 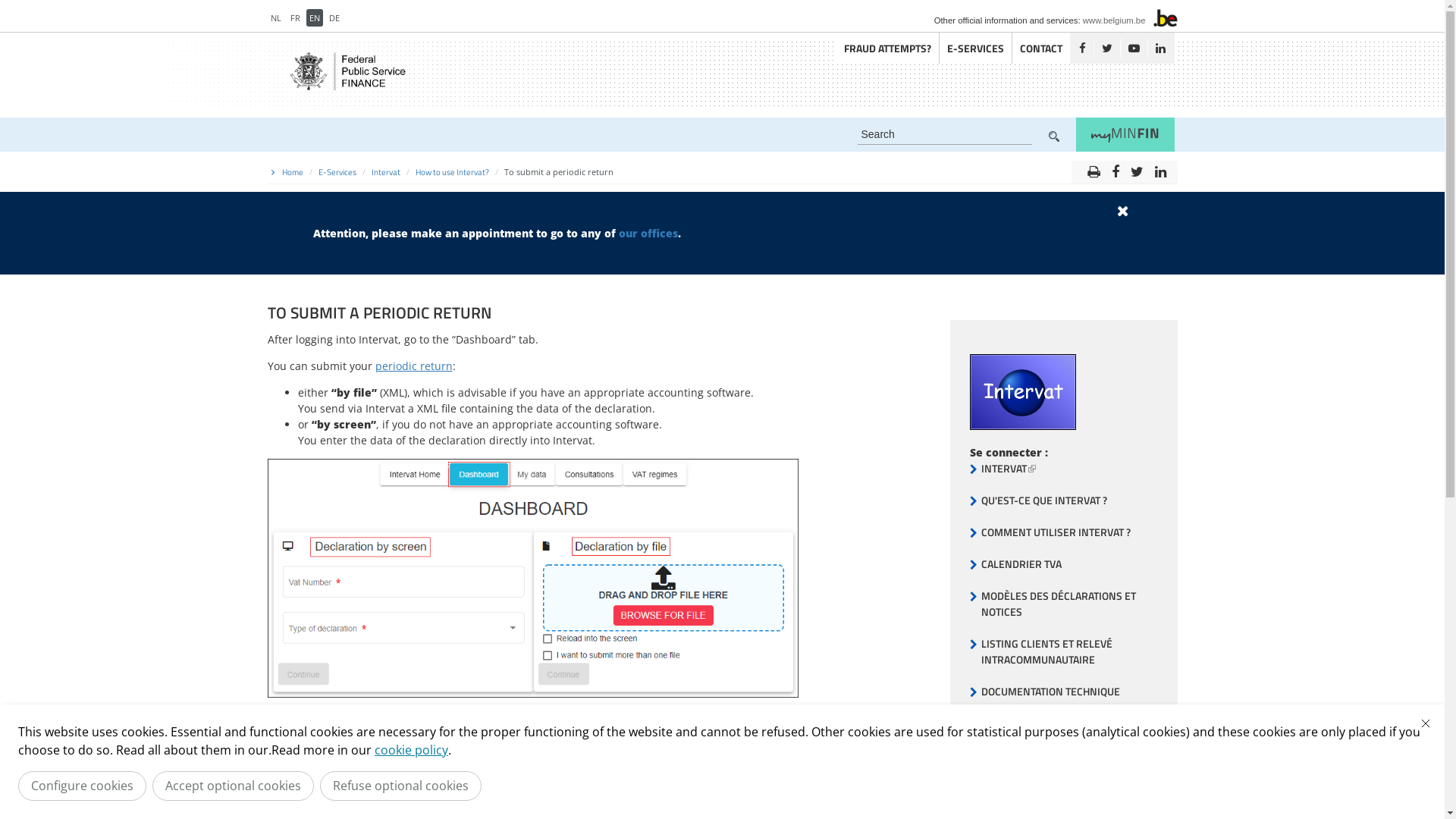 What do you see at coordinates (294, 17) in the screenshot?
I see `'FR'` at bounding box center [294, 17].